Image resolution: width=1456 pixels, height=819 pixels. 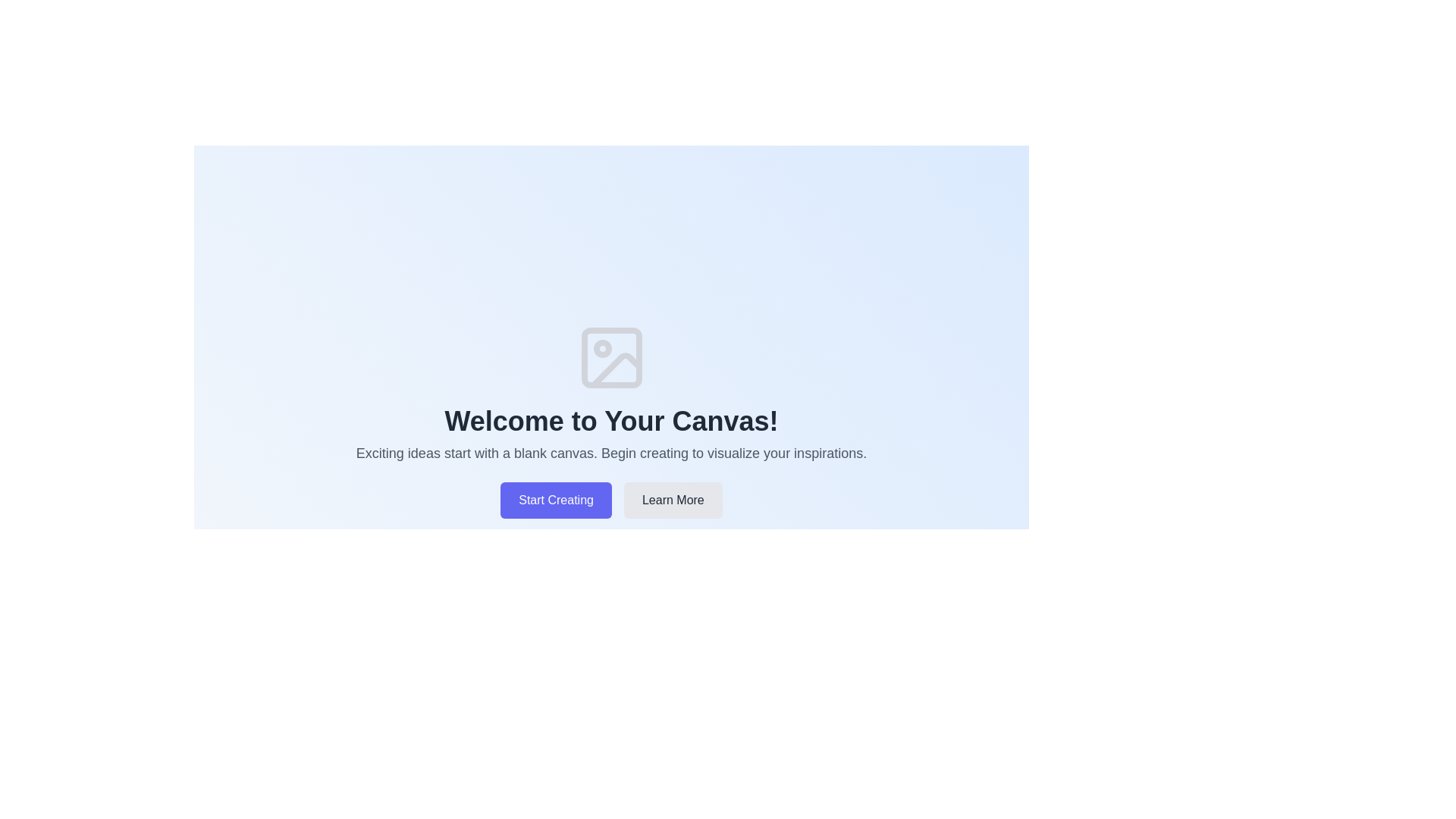 What do you see at coordinates (611, 452) in the screenshot?
I see `the descriptive text block that contains the message 'Exciting ideas start with a blank canvas. Begin creating to visualize your inspirations.' which is located below the heading 'Welcome to Your Canvas!' and above the buttons 'Start Creating' and 'Learn More'` at bounding box center [611, 452].